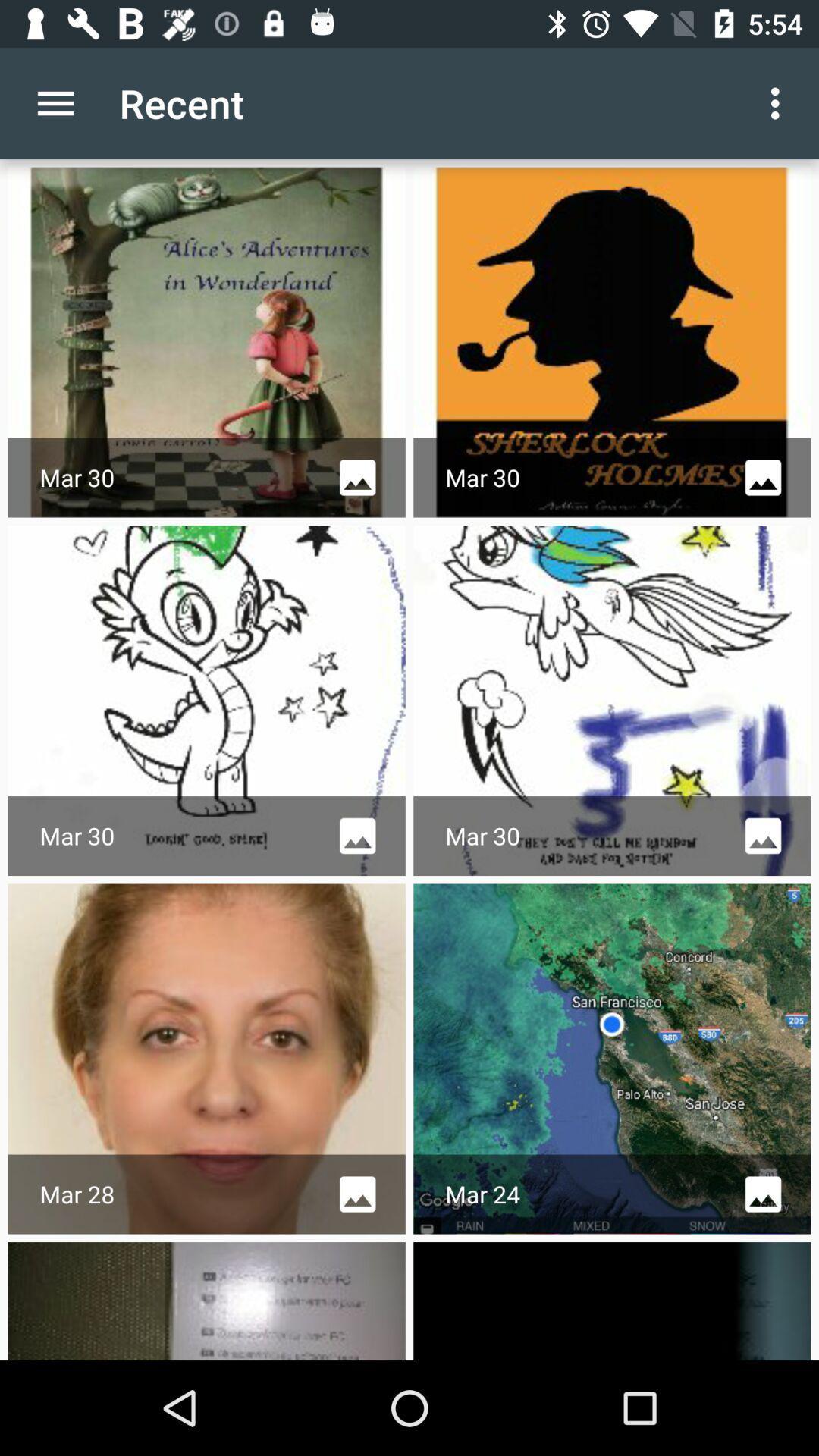  What do you see at coordinates (763, 477) in the screenshot?
I see `image symbol below second image from first row` at bounding box center [763, 477].